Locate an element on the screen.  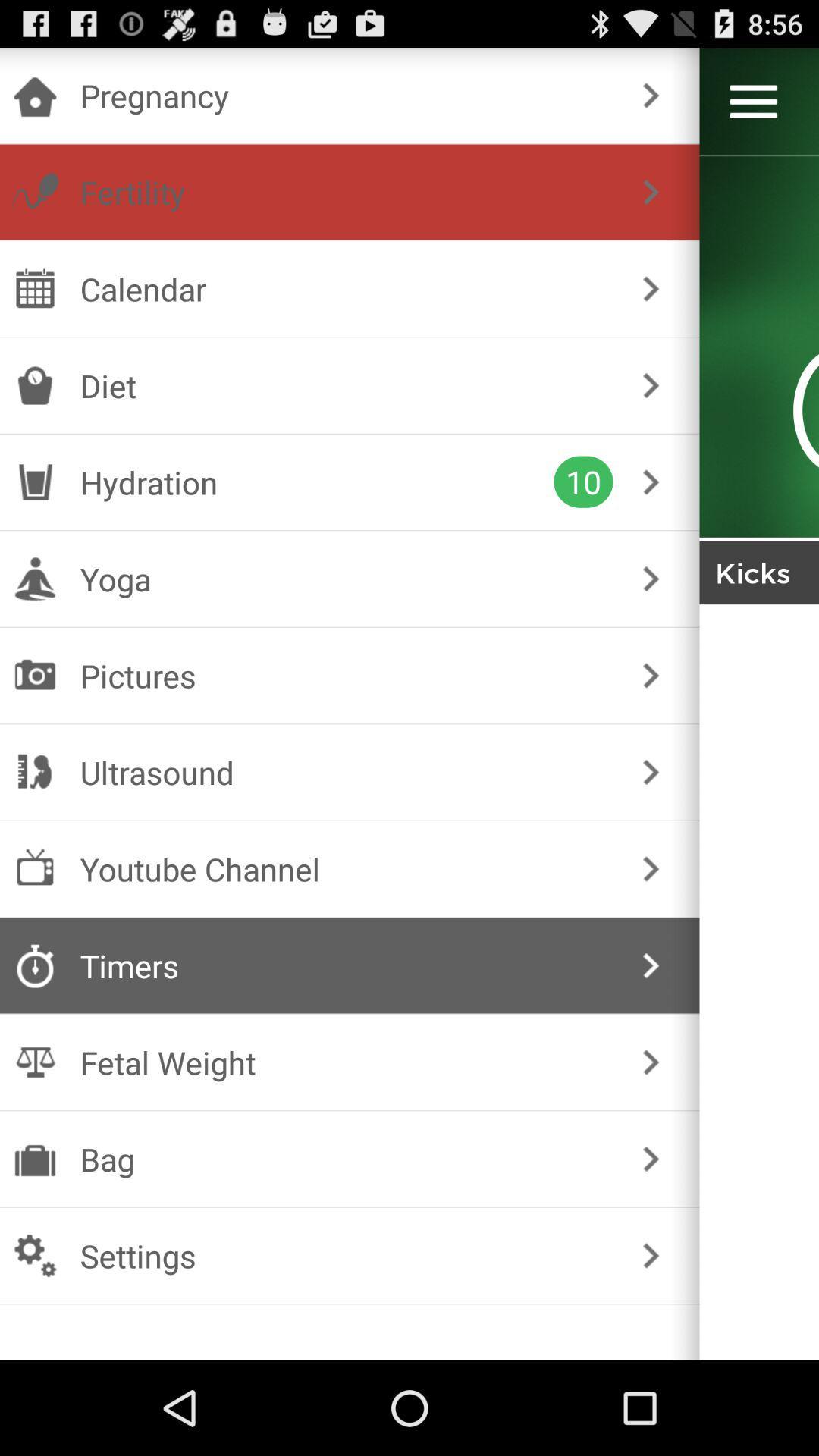
drop down selection menu is located at coordinates (753, 101).